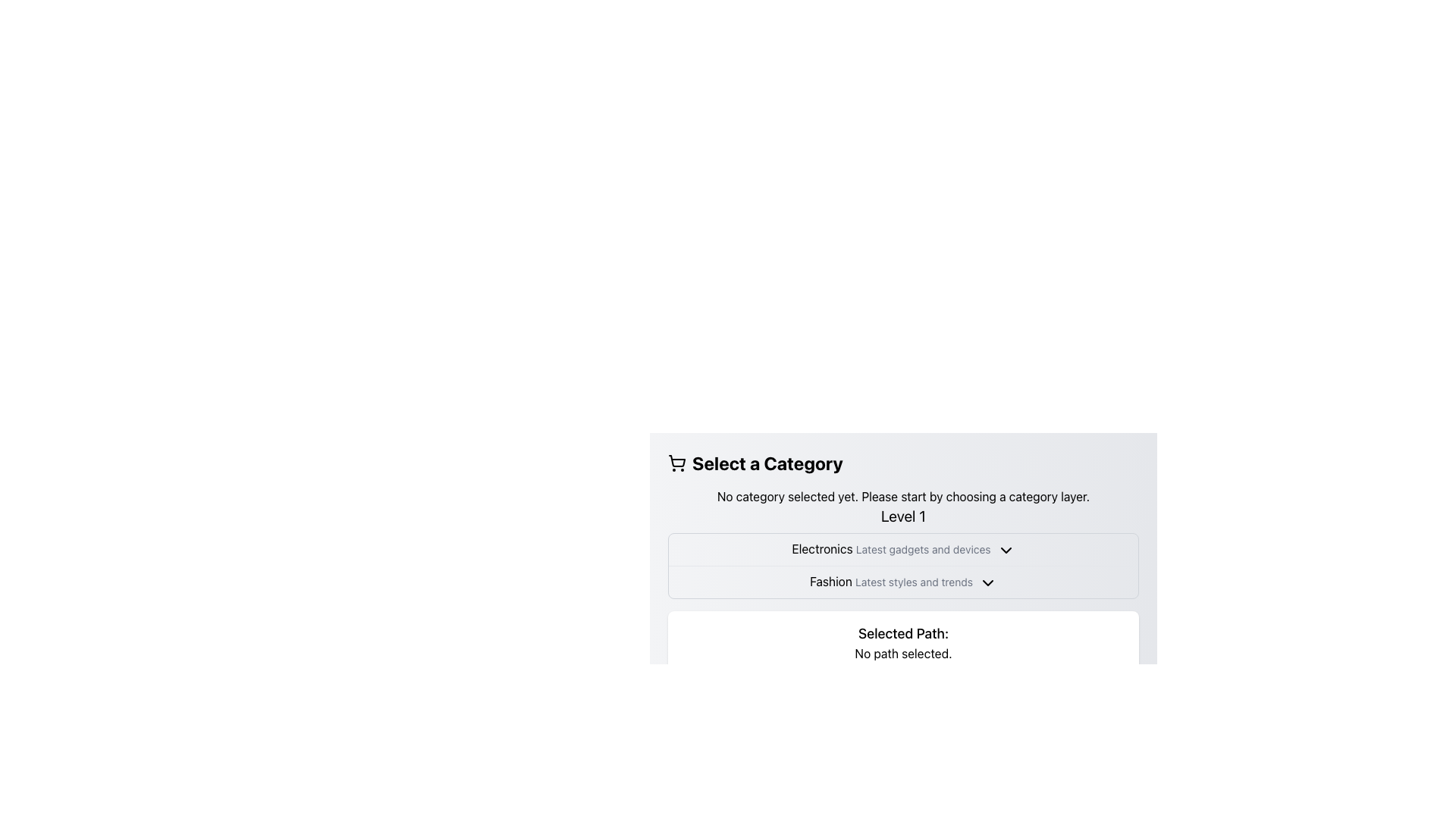 Image resolution: width=1456 pixels, height=819 pixels. I want to click on the 'Electronics' Text Label that provides descriptive information about its contents, which is the second textual component in its row, so click(922, 549).